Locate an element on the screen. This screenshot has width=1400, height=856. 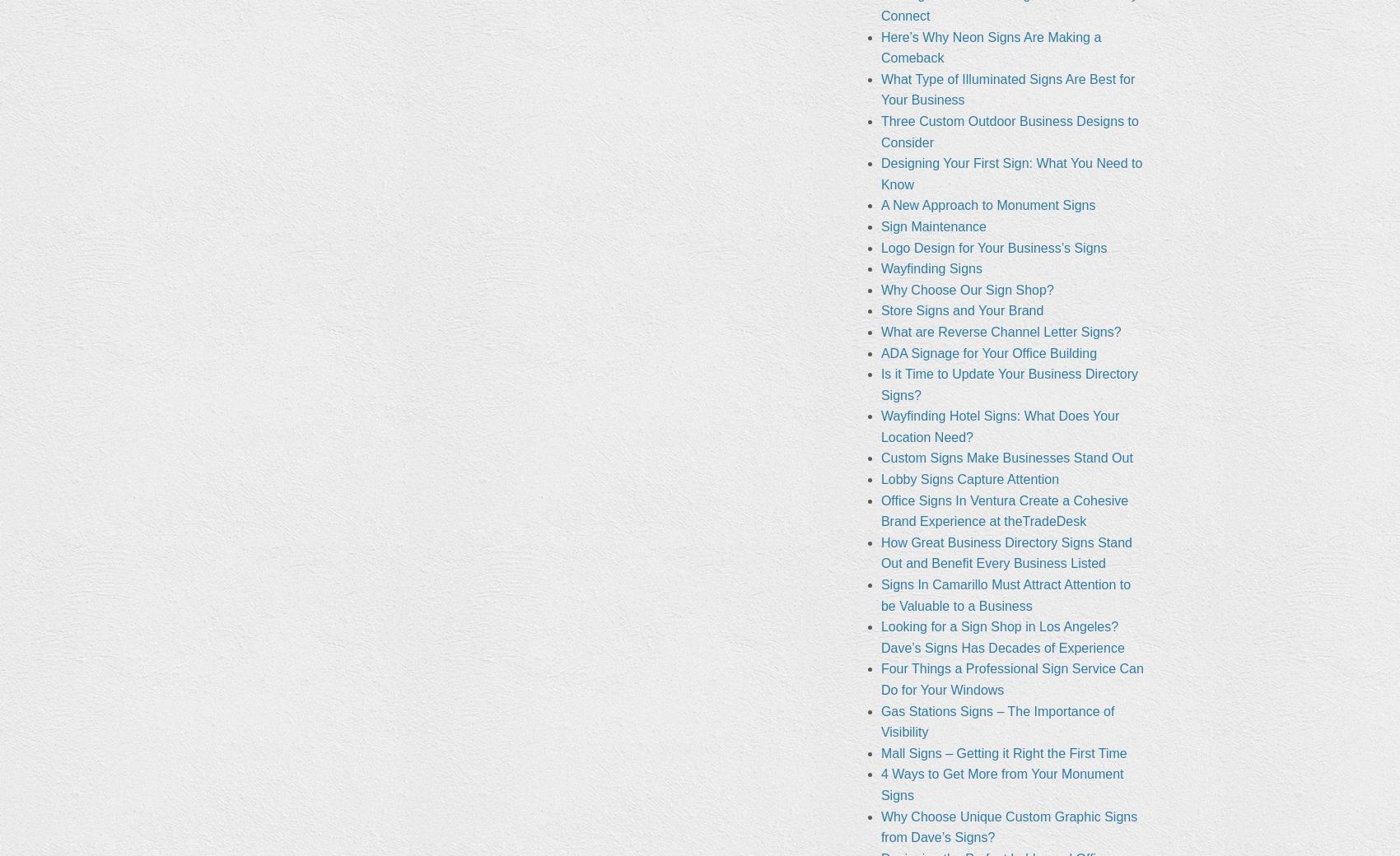
'A New Approach to Monument Signs' is located at coordinates (987, 205).